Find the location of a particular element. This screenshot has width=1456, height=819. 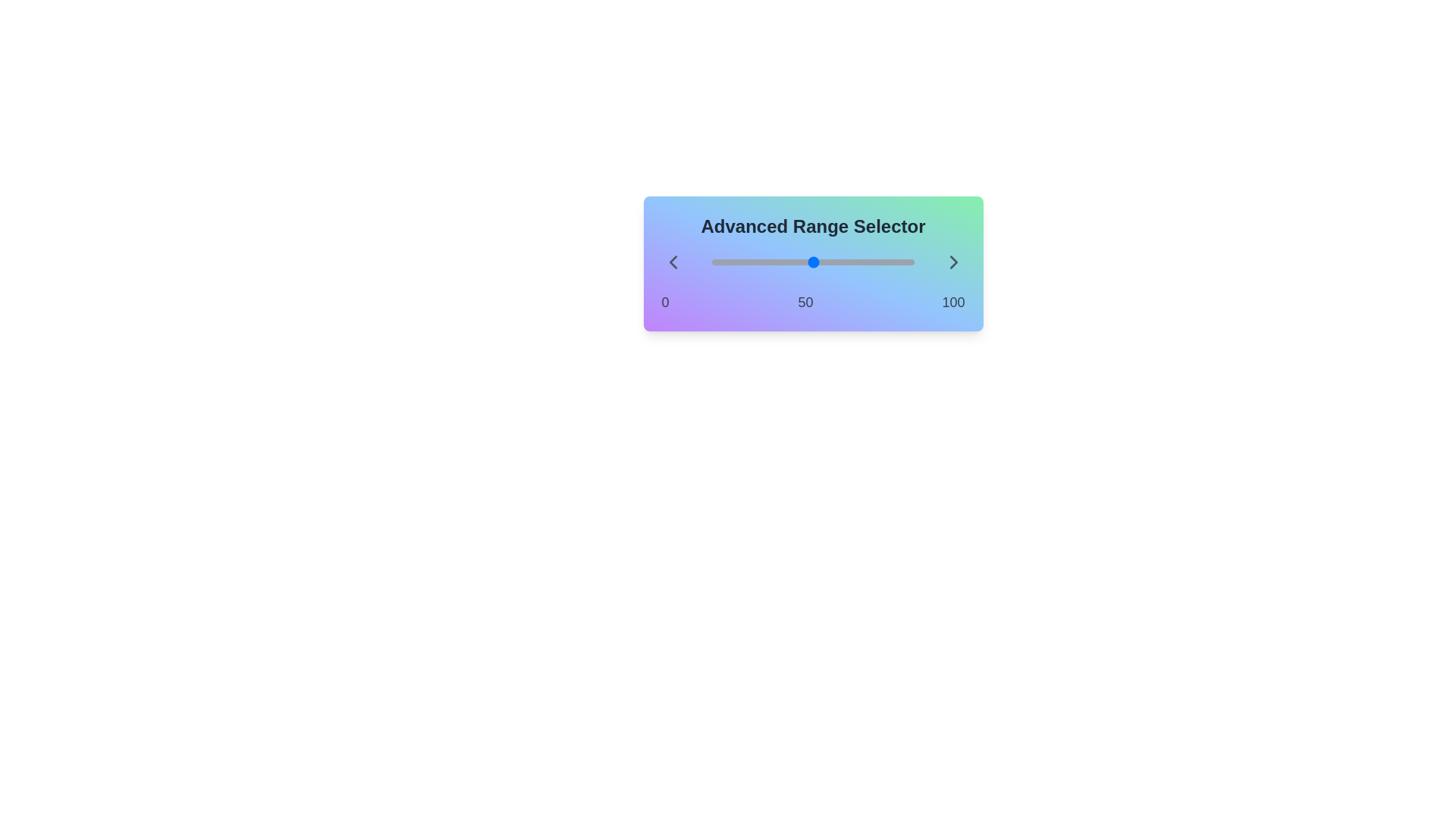

the slider to set the range value to 30 is located at coordinates (711, 262).